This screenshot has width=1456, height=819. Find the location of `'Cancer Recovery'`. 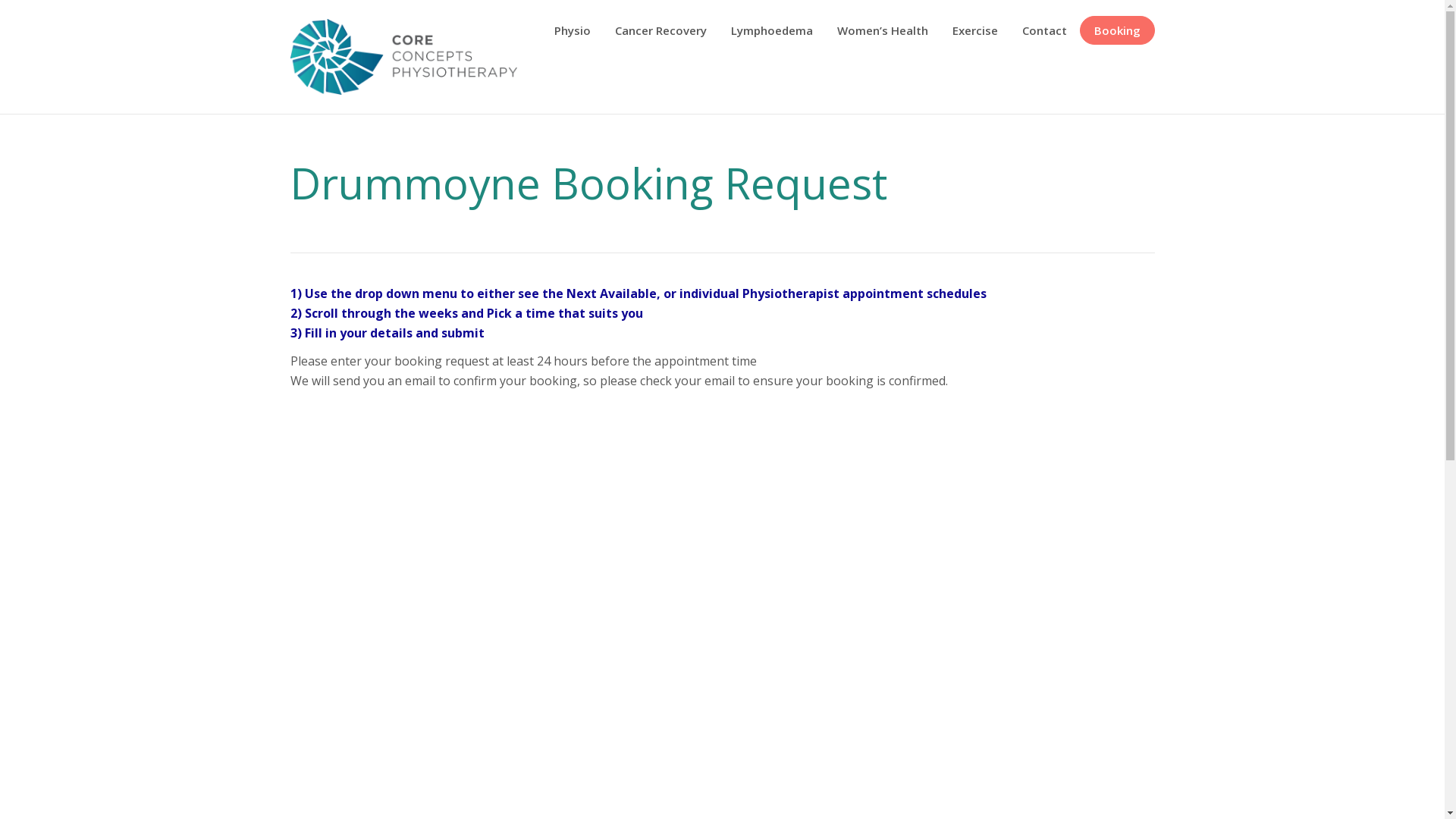

'Cancer Recovery' is located at coordinates (614, 30).